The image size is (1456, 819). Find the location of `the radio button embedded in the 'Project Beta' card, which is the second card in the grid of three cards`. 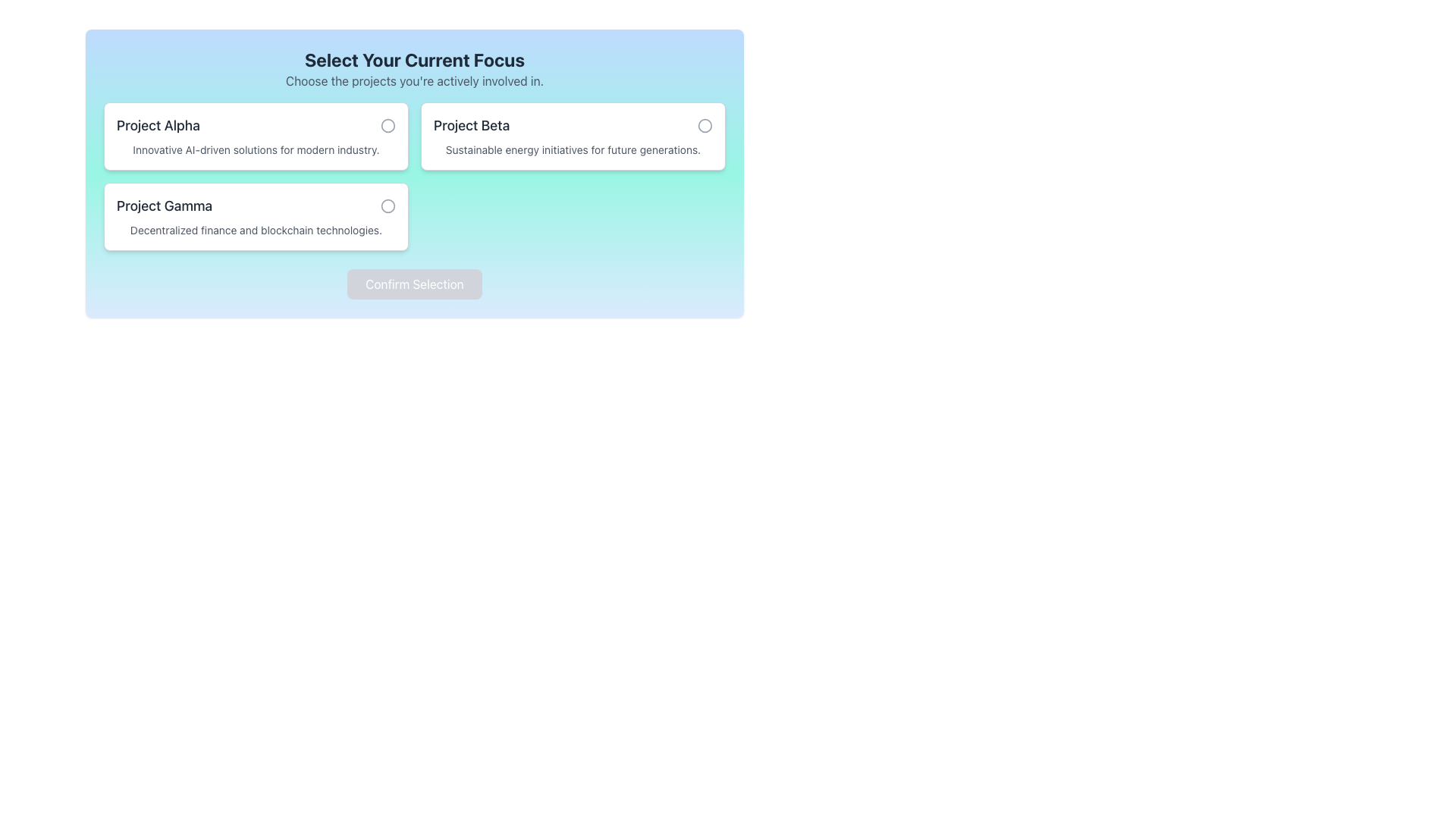

the radio button embedded in the 'Project Beta' card, which is the second card in the grid of three cards is located at coordinates (572, 136).